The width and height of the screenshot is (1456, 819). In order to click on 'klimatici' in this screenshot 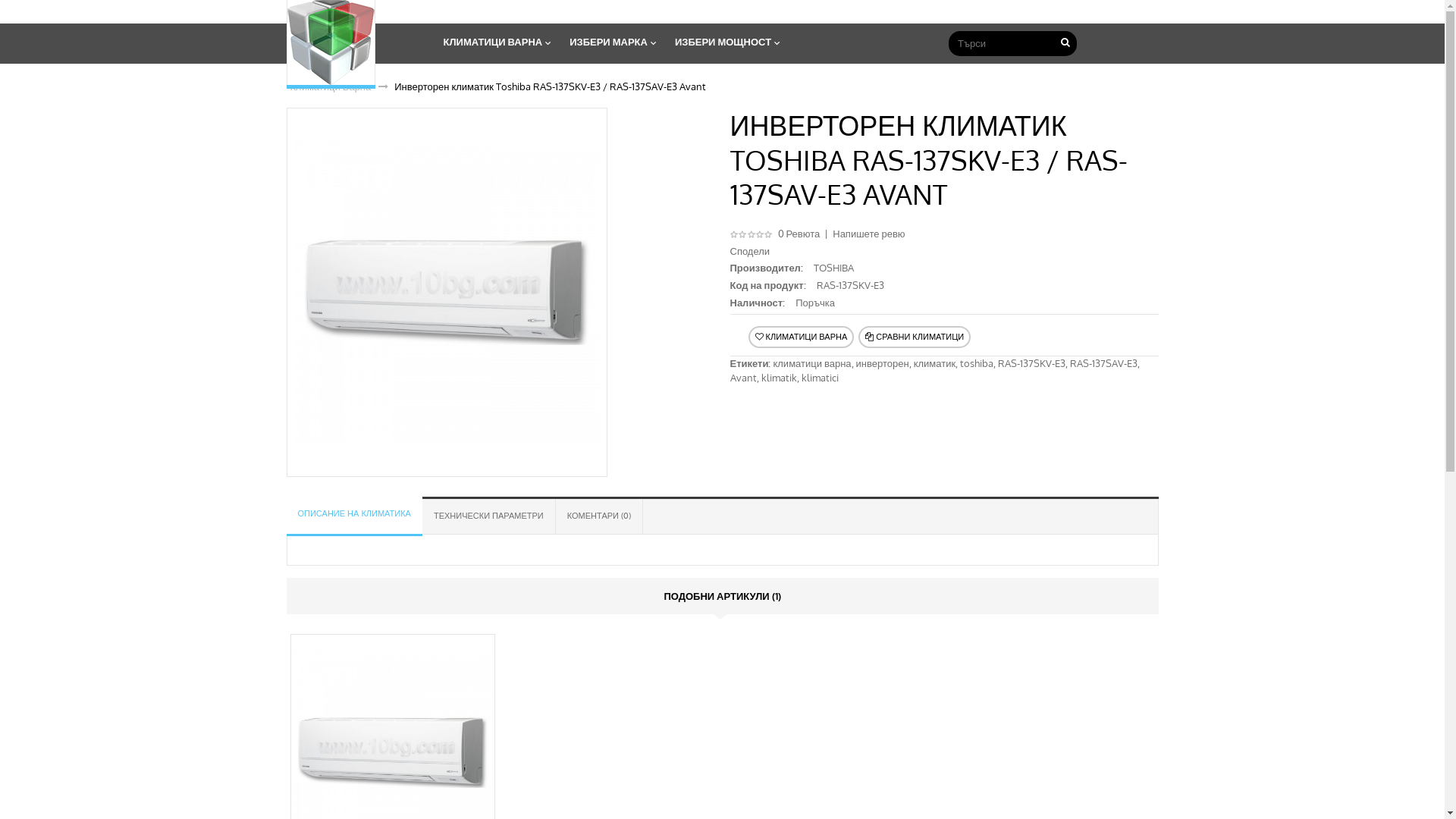, I will do `click(818, 376)`.